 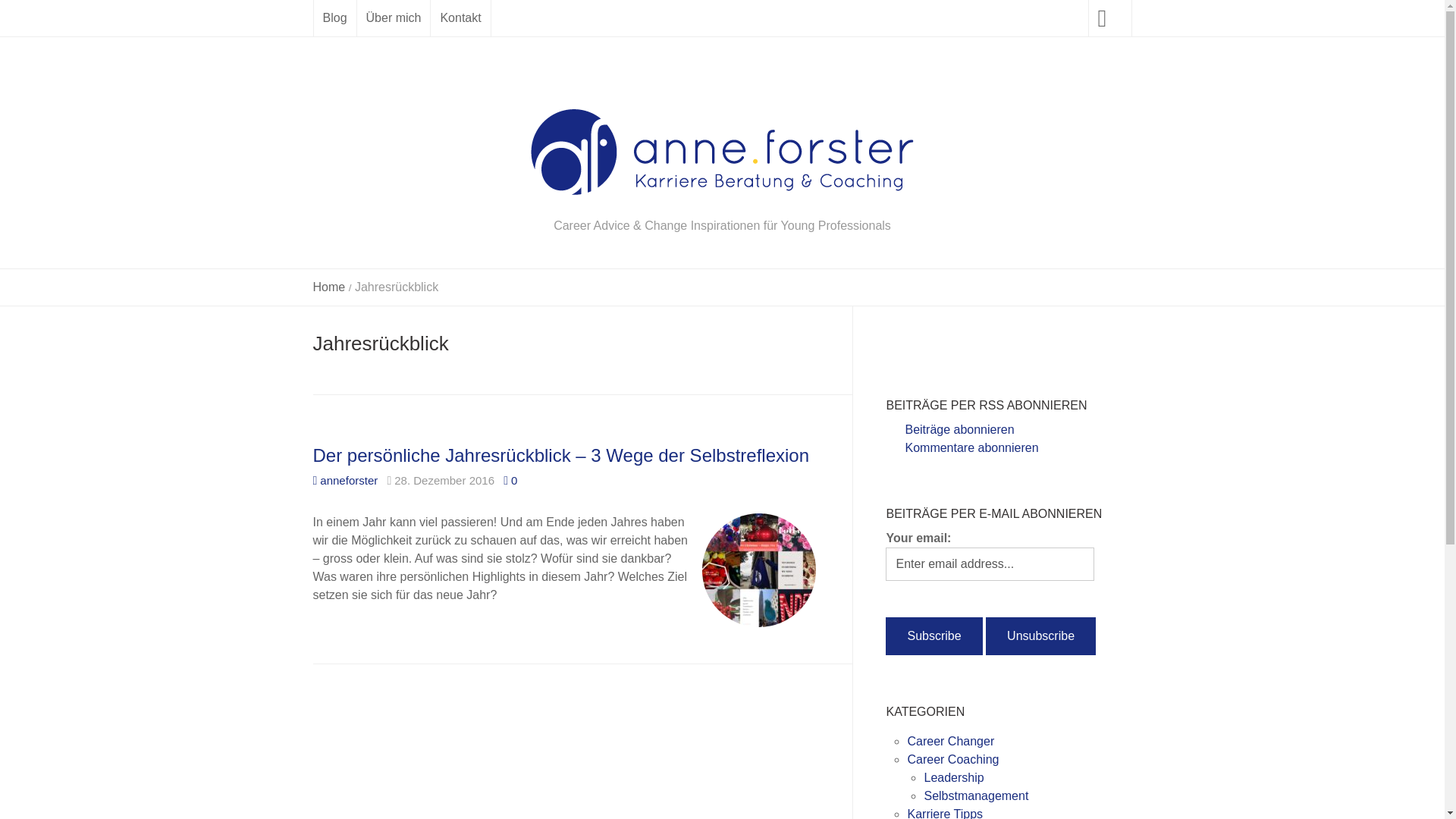 What do you see at coordinates (933, 636) in the screenshot?
I see `'Subscribe'` at bounding box center [933, 636].